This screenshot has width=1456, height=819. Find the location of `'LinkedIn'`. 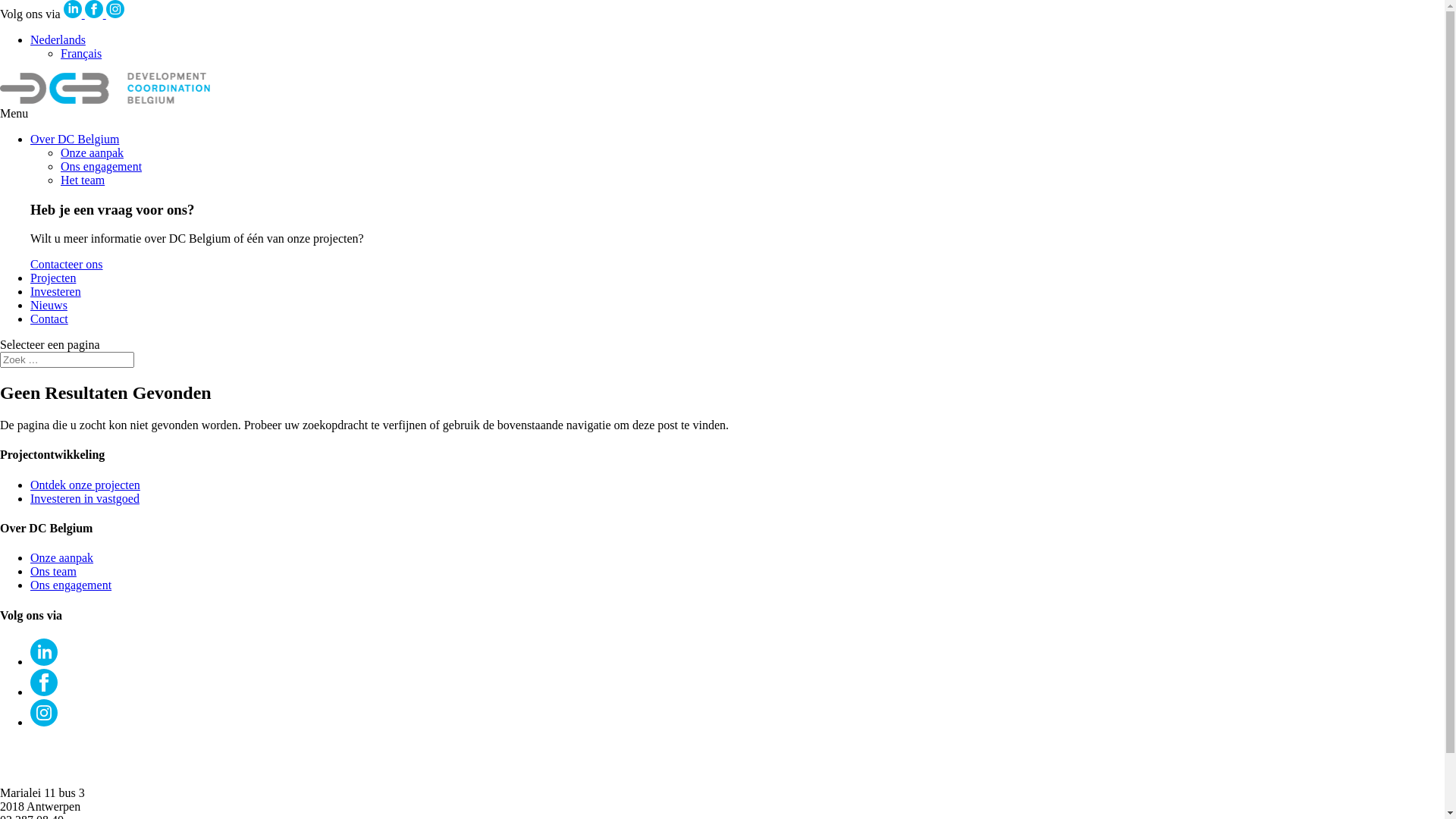

'LinkedIn' is located at coordinates (30, 651).